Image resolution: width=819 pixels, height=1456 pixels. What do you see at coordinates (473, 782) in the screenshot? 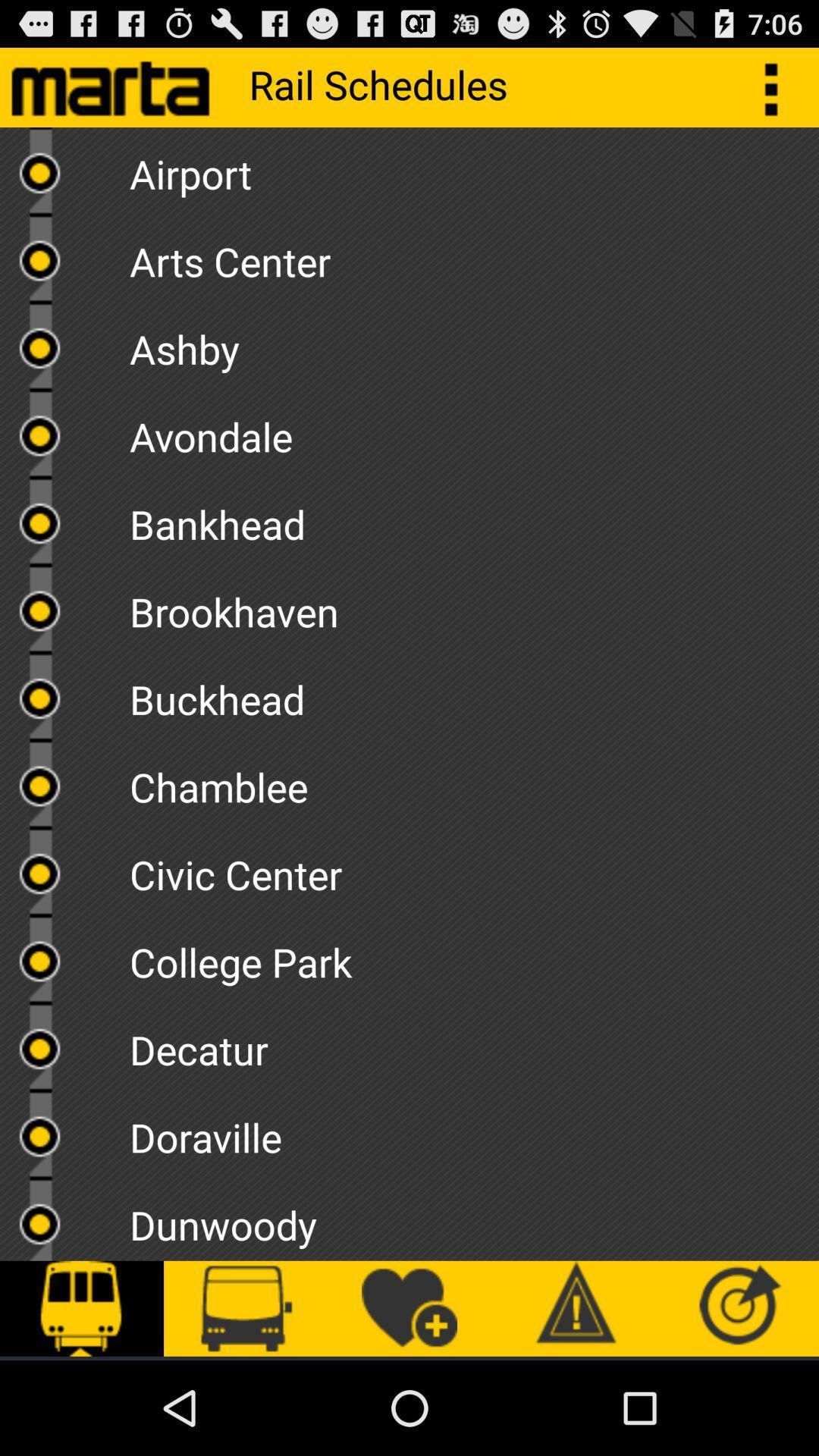
I see `the icon below the buckhead item` at bounding box center [473, 782].